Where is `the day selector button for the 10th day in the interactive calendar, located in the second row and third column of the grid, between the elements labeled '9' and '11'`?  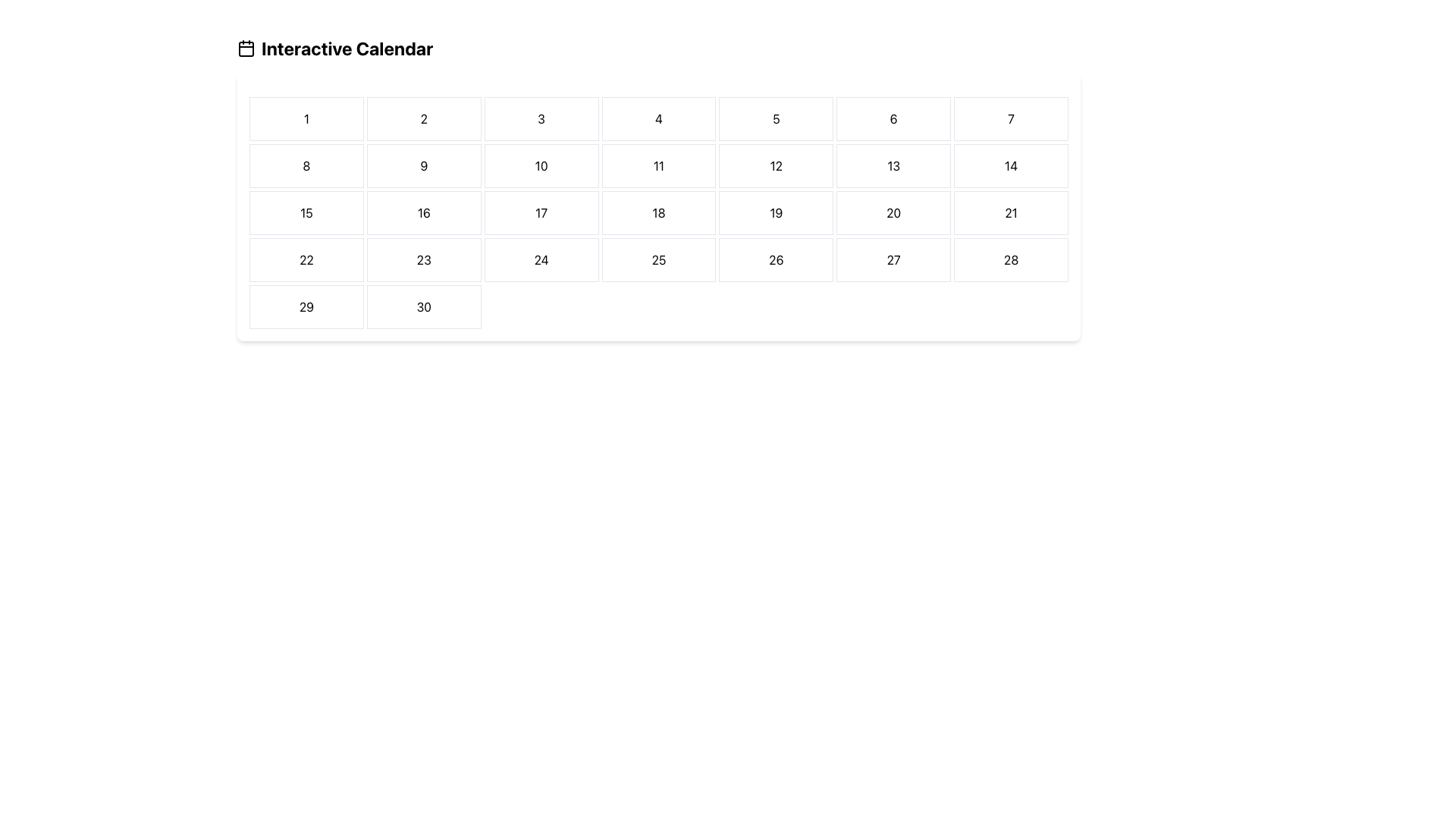
the day selector button for the 10th day in the interactive calendar, located in the second row and third column of the grid, between the elements labeled '9' and '11' is located at coordinates (541, 166).